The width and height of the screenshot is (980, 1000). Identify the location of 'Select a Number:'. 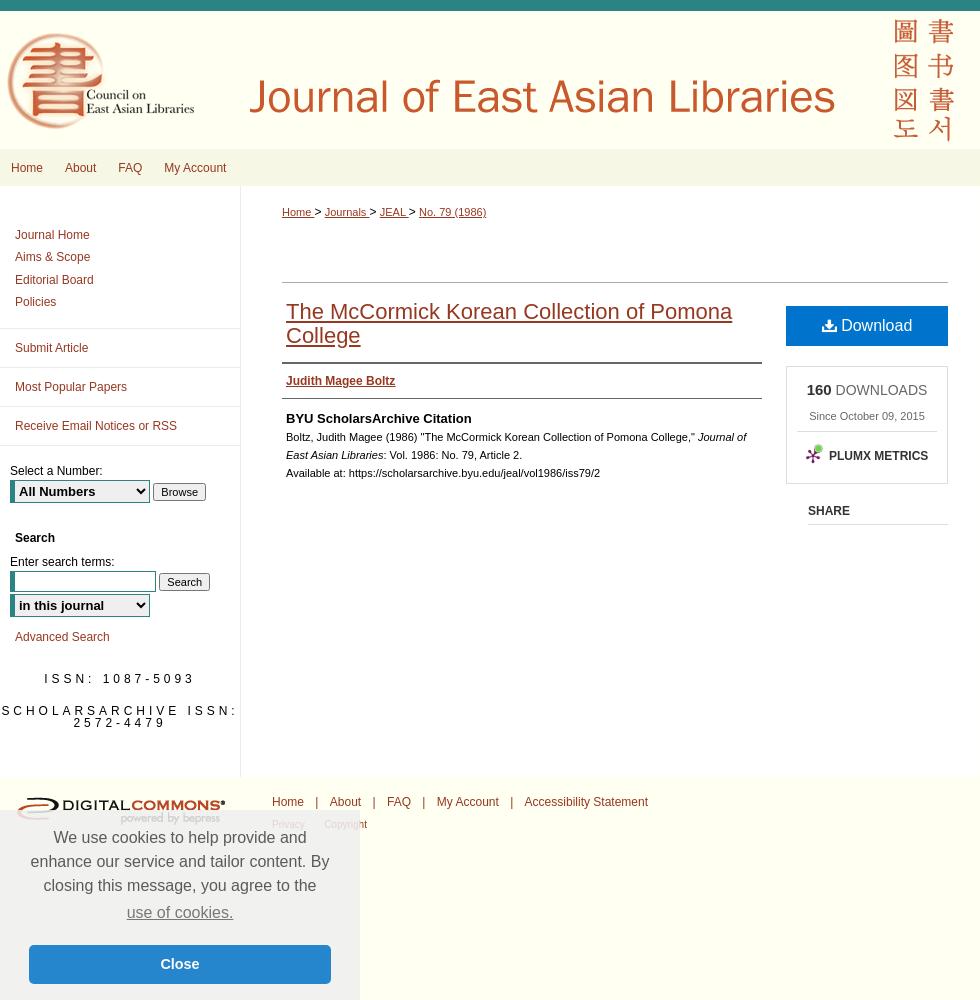
(55, 469).